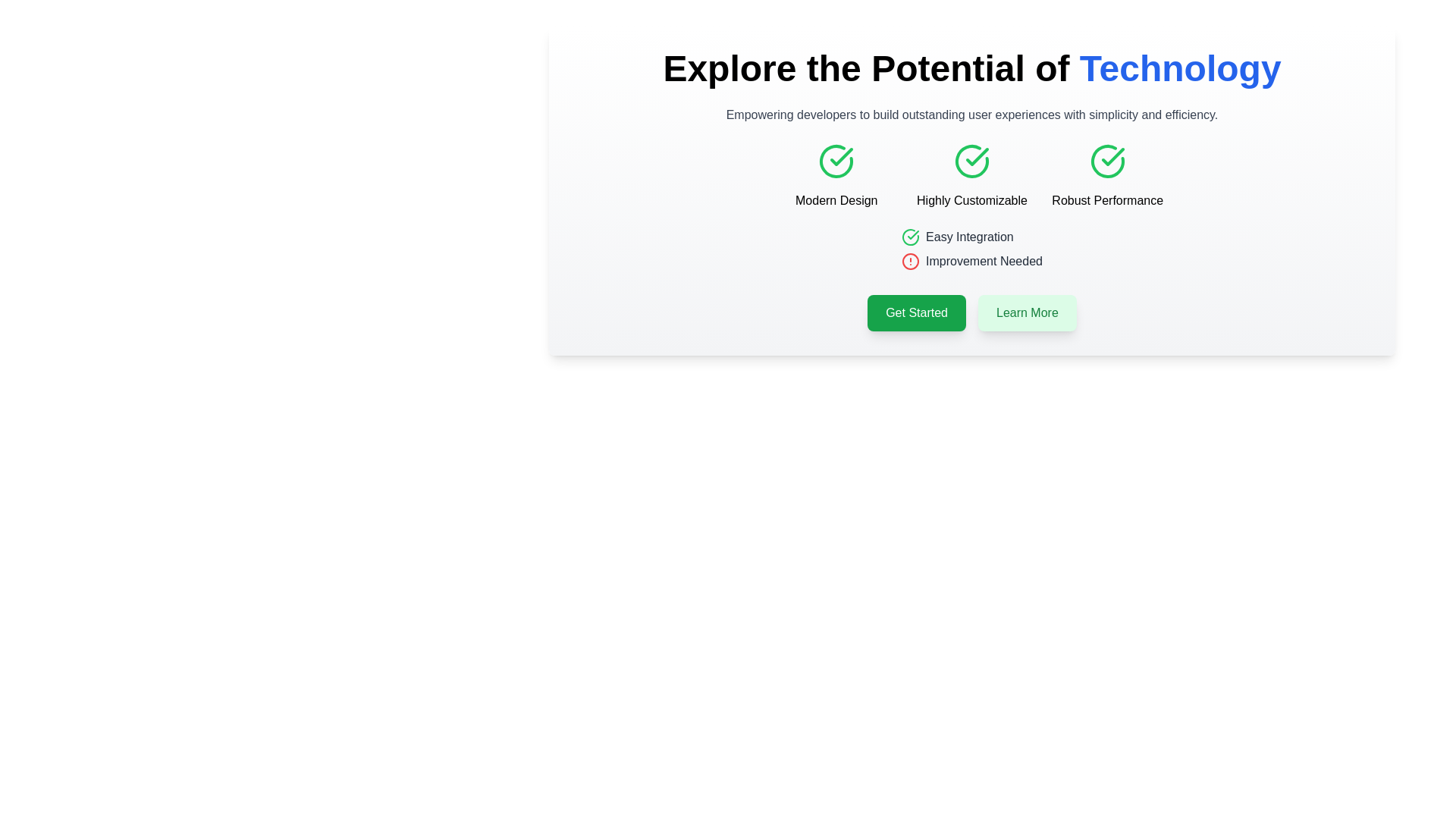 The height and width of the screenshot is (819, 1456). I want to click on the button located to the right of the 'Get Started' button, which serves as a call-to-action for accessing additional information about the promotional content, so click(1027, 312).